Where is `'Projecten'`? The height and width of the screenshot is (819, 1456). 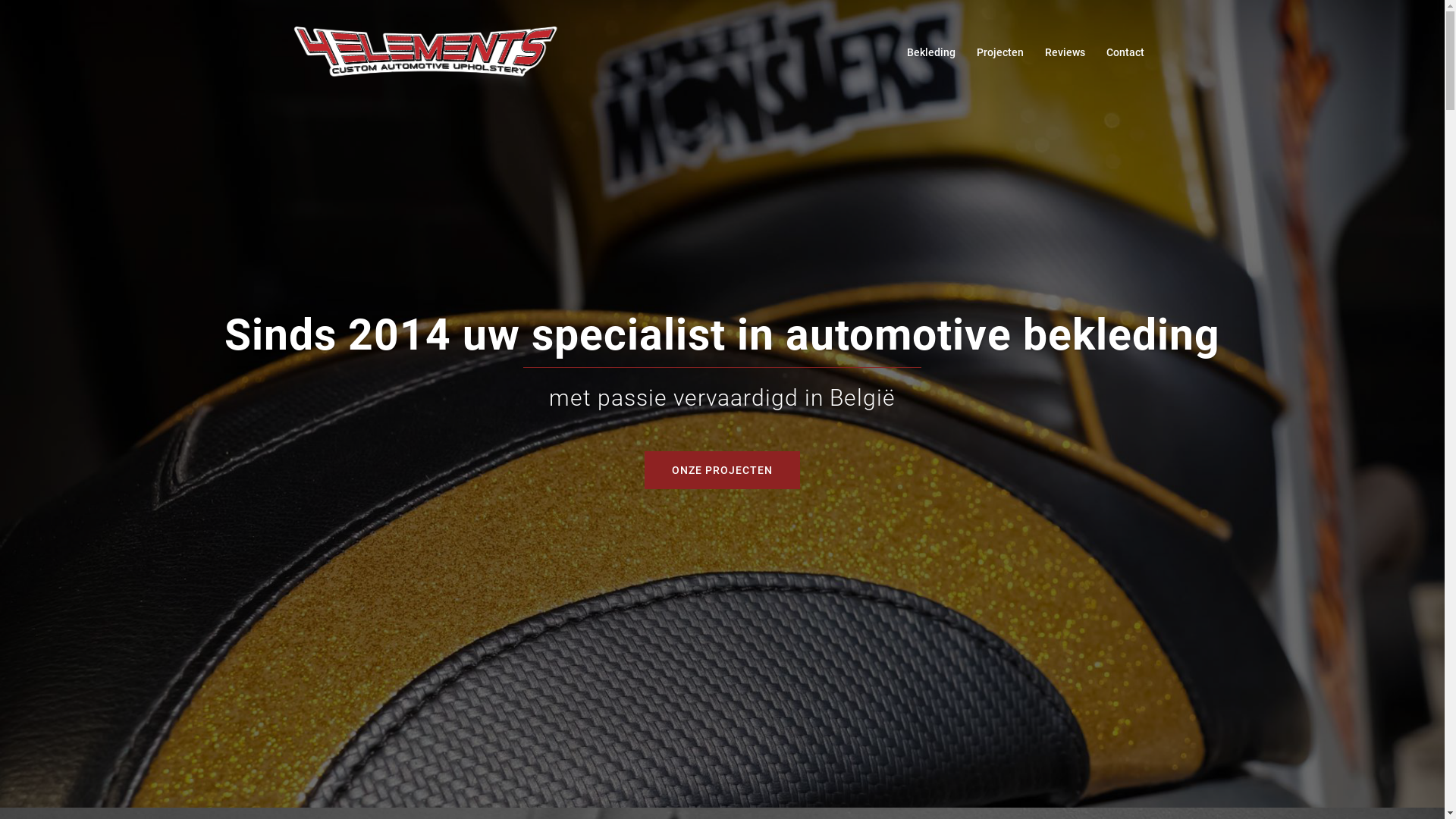 'Projecten' is located at coordinates (976, 52).